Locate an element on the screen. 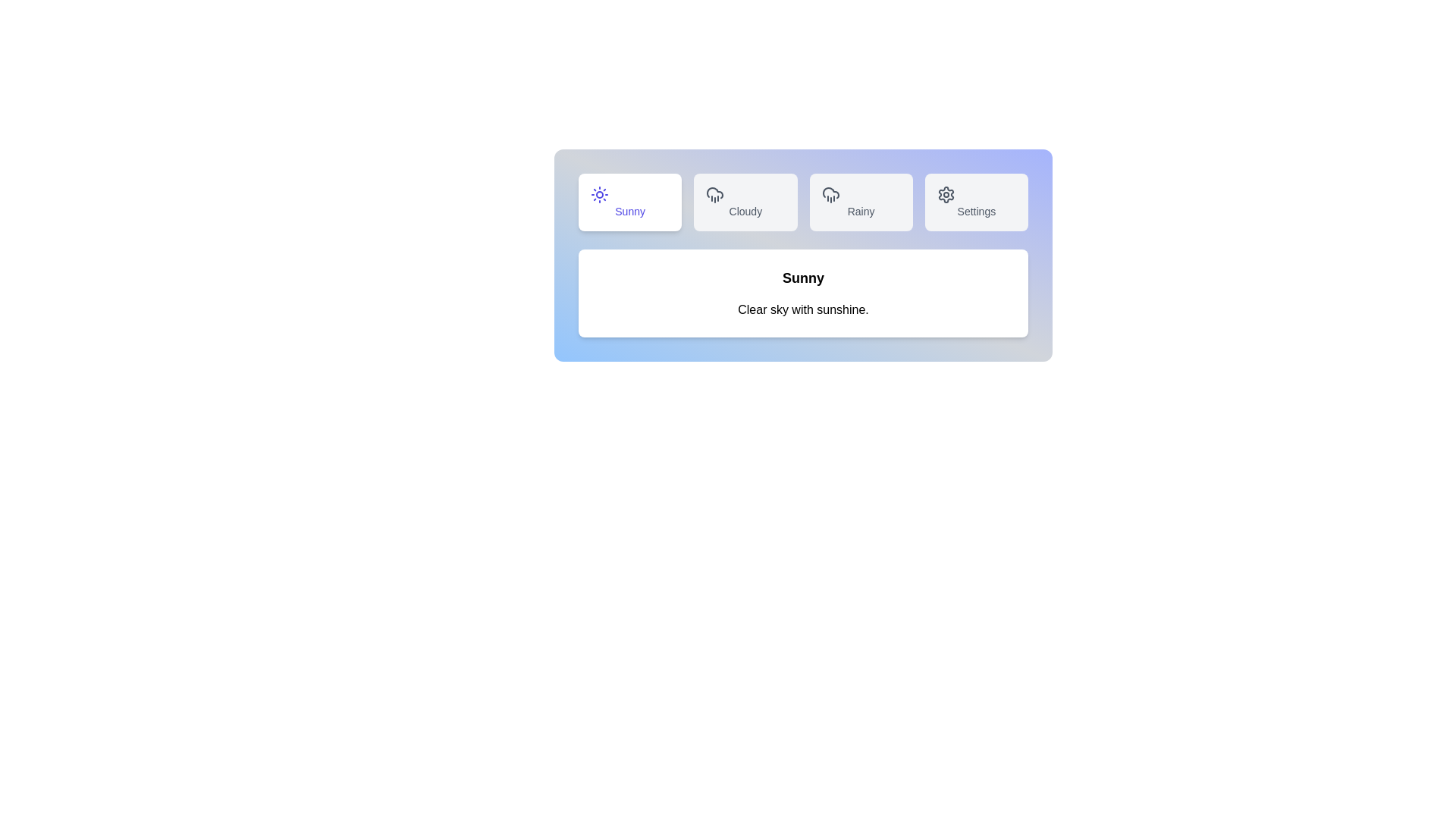 The height and width of the screenshot is (819, 1456). the Settings tab is located at coordinates (976, 201).